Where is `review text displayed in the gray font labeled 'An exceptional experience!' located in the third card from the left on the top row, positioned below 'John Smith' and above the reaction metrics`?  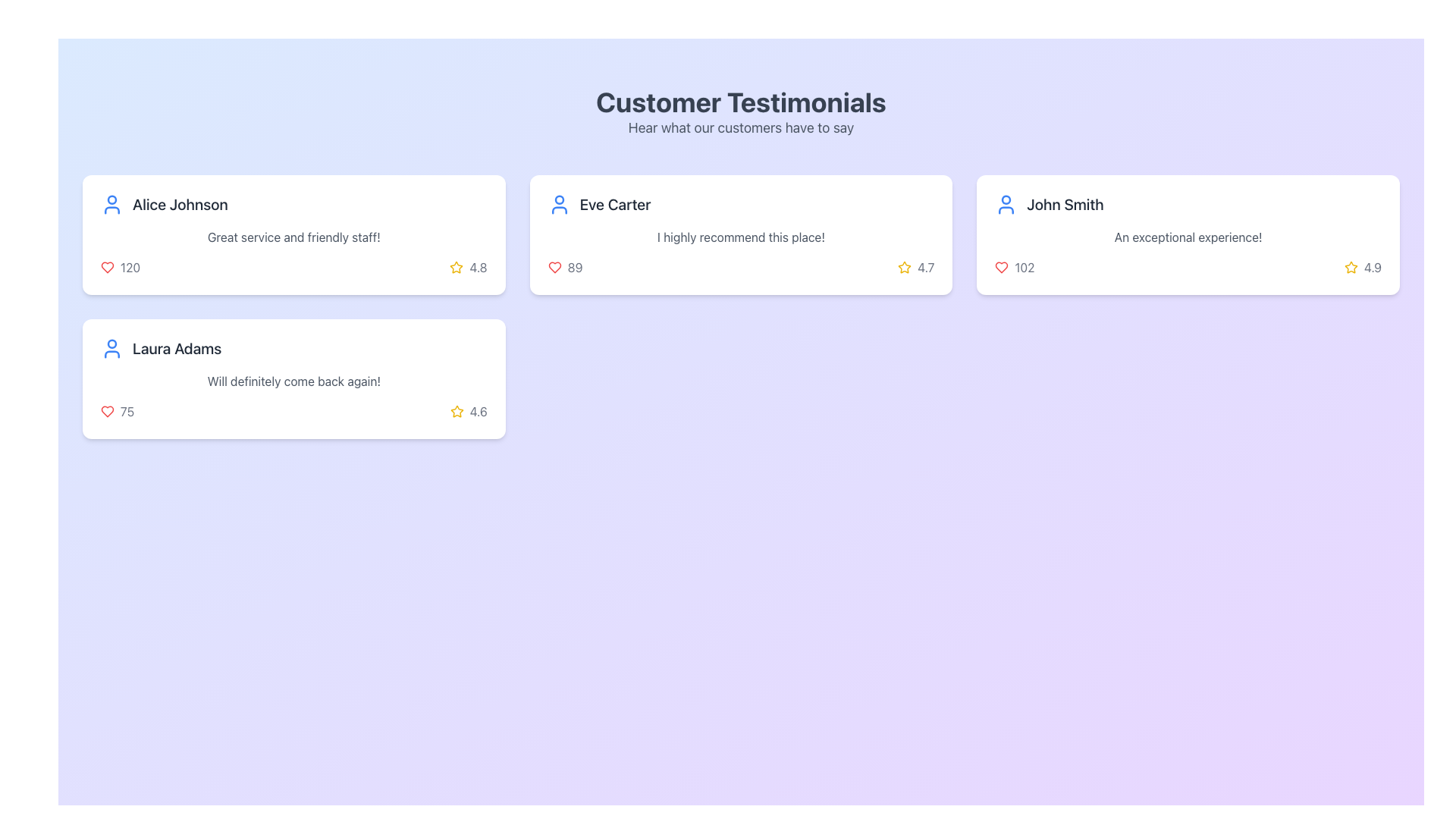
review text displayed in the gray font labeled 'An exceptional experience!' located in the third card from the left on the top row, positioned below 'John Smith' and above the reaction metrics is located at coordinates (1188, 237).